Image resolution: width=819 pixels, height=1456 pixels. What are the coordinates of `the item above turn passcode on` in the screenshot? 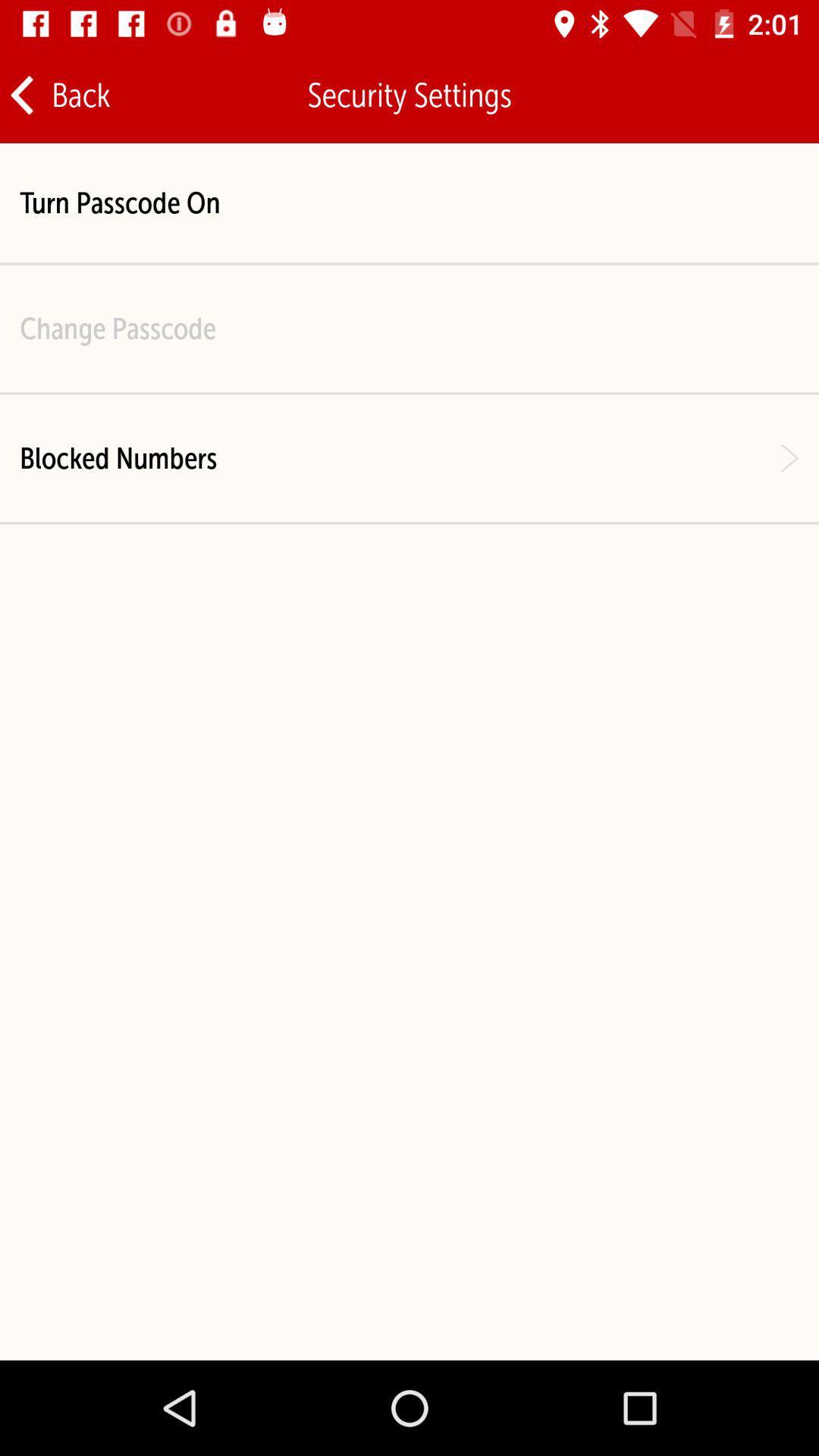 It's located at (58, 94).